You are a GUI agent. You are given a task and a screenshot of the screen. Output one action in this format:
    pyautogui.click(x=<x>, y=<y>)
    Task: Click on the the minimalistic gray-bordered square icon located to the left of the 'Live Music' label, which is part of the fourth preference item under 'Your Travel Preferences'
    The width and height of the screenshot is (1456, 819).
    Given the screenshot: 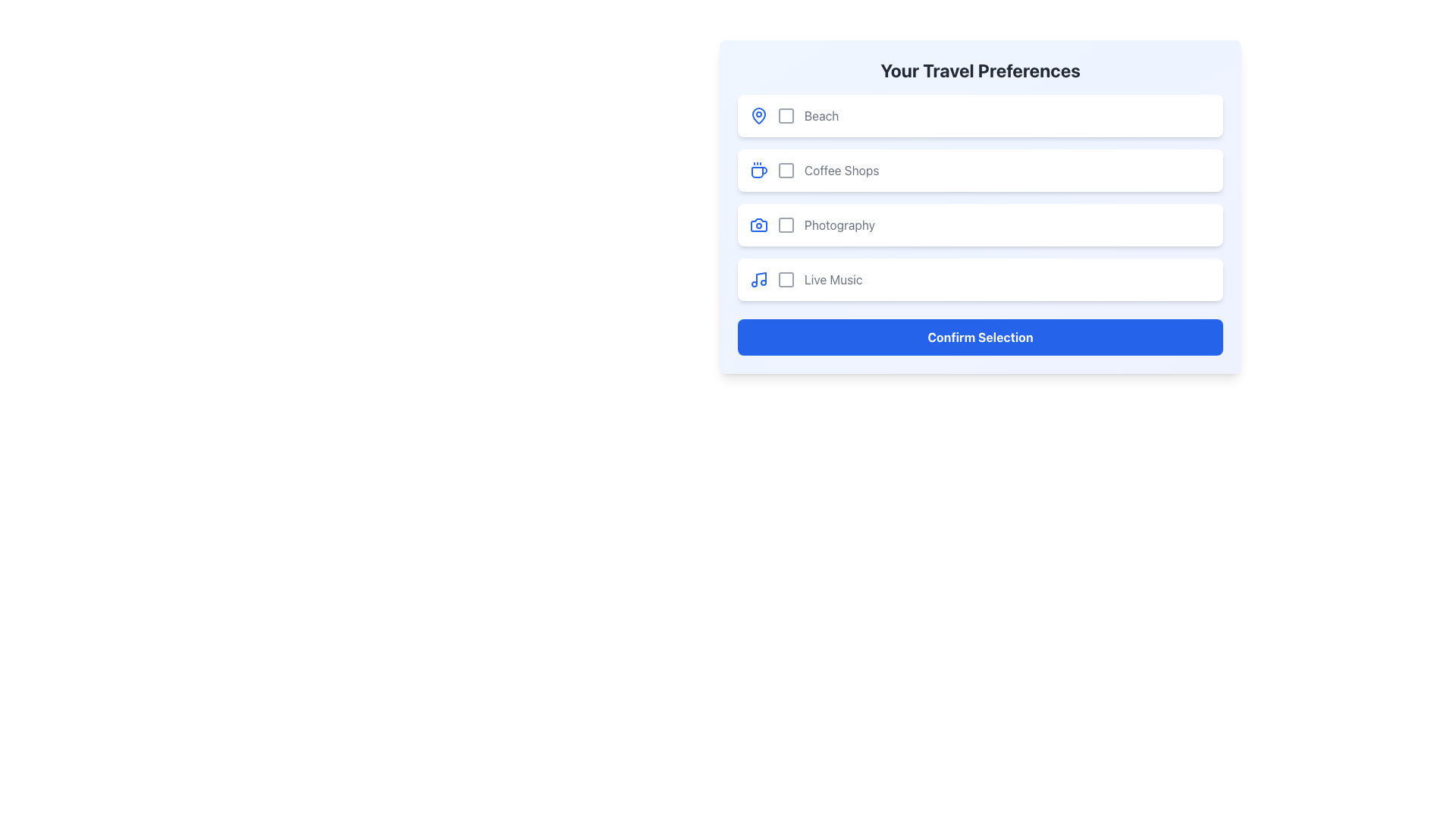 What is the action you would take?
    pyautogui.click(x=786, y=280)
    